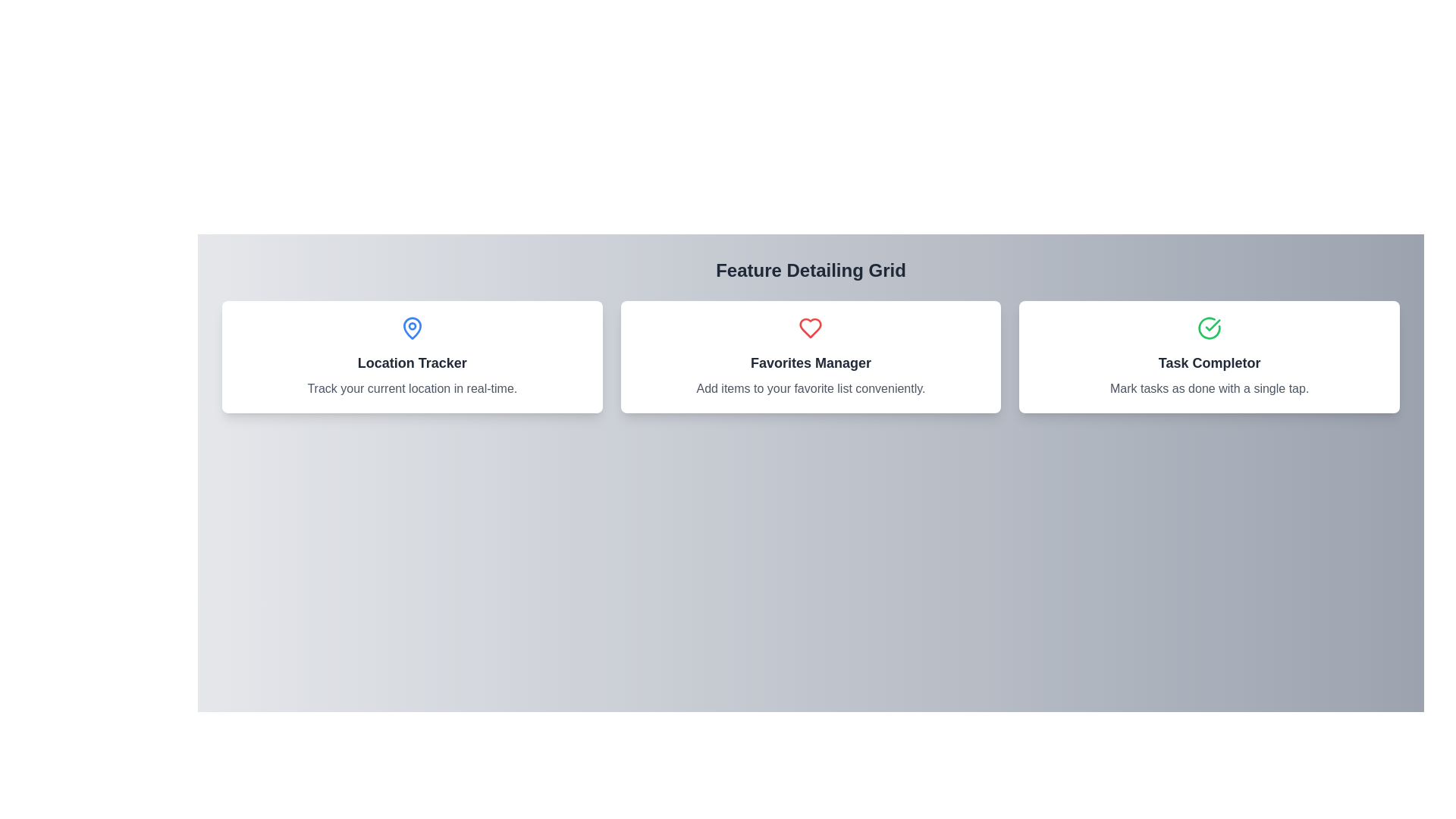 This screenshot has width=1456, height=819. Describe the element at coordinates (412, 388) in the screenshot. I see `text paragraph styled in gray, displaying 'Track your current location in real-time.' which is located within the 'Location Tracker' card, positioned below the title text` at that location.